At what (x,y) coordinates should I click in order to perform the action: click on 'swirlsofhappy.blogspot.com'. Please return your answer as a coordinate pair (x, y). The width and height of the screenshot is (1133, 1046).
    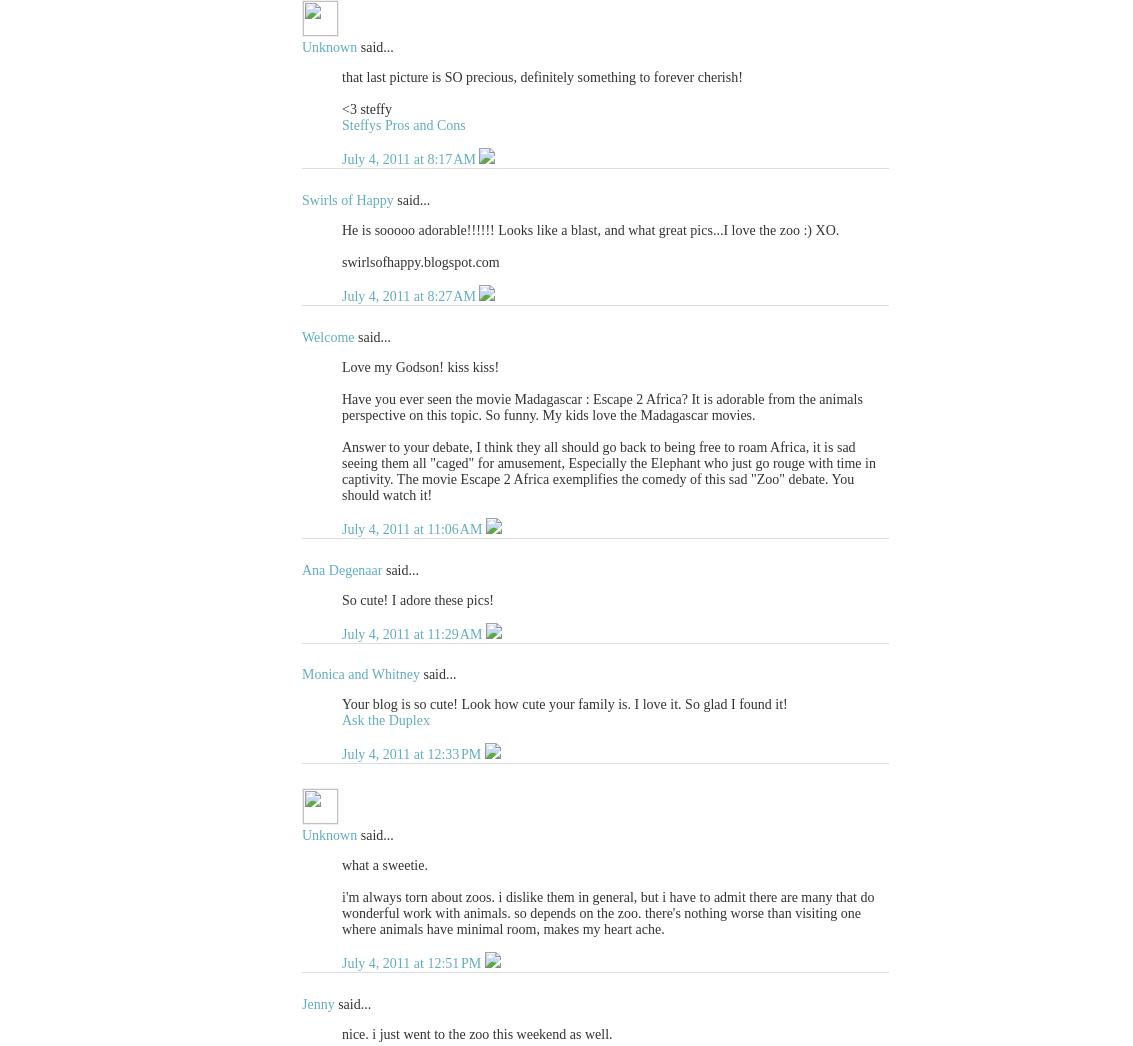
    Looking at the image, I should click on (420, 262).